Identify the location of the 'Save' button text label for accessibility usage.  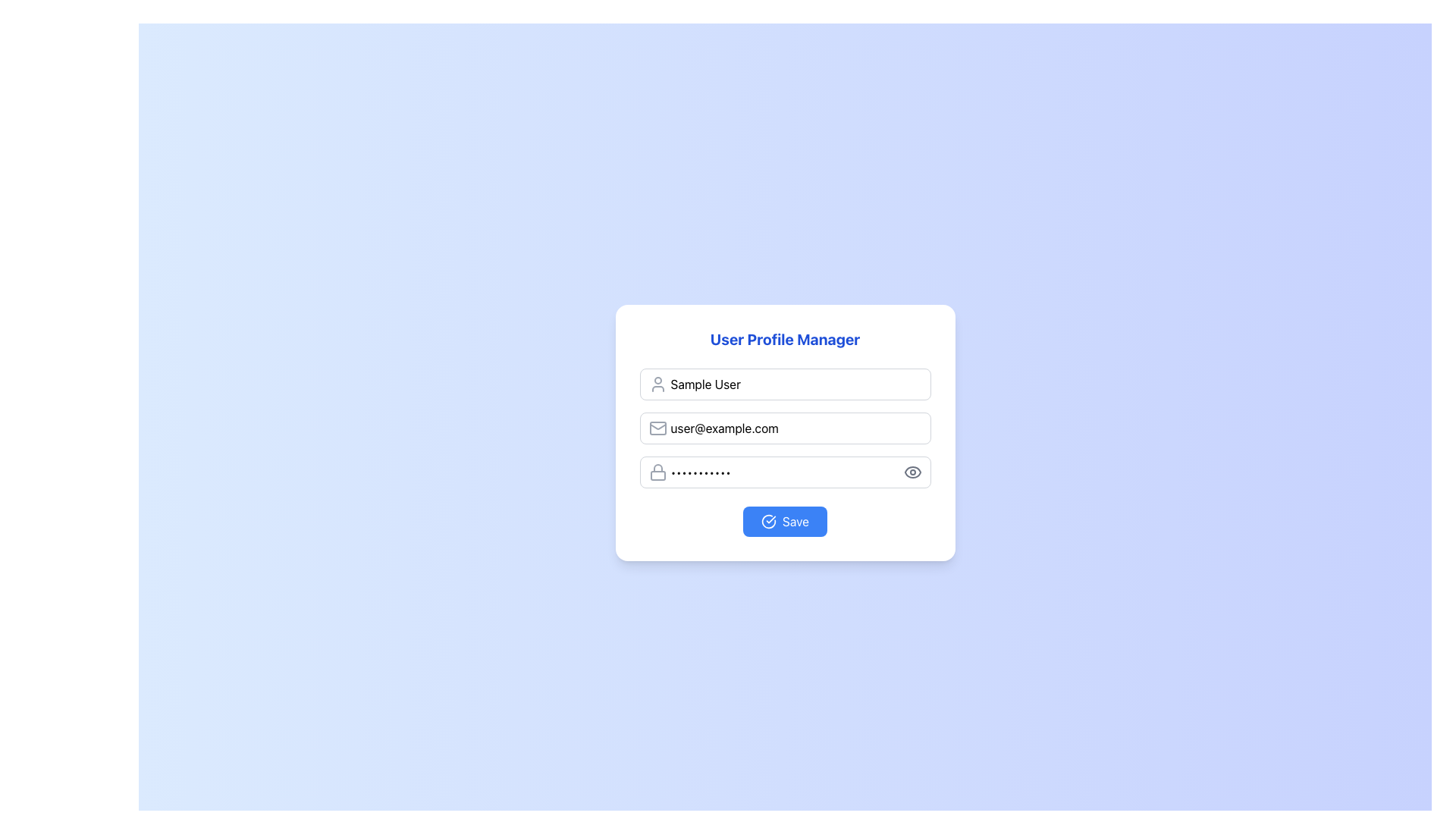
(795, 520).